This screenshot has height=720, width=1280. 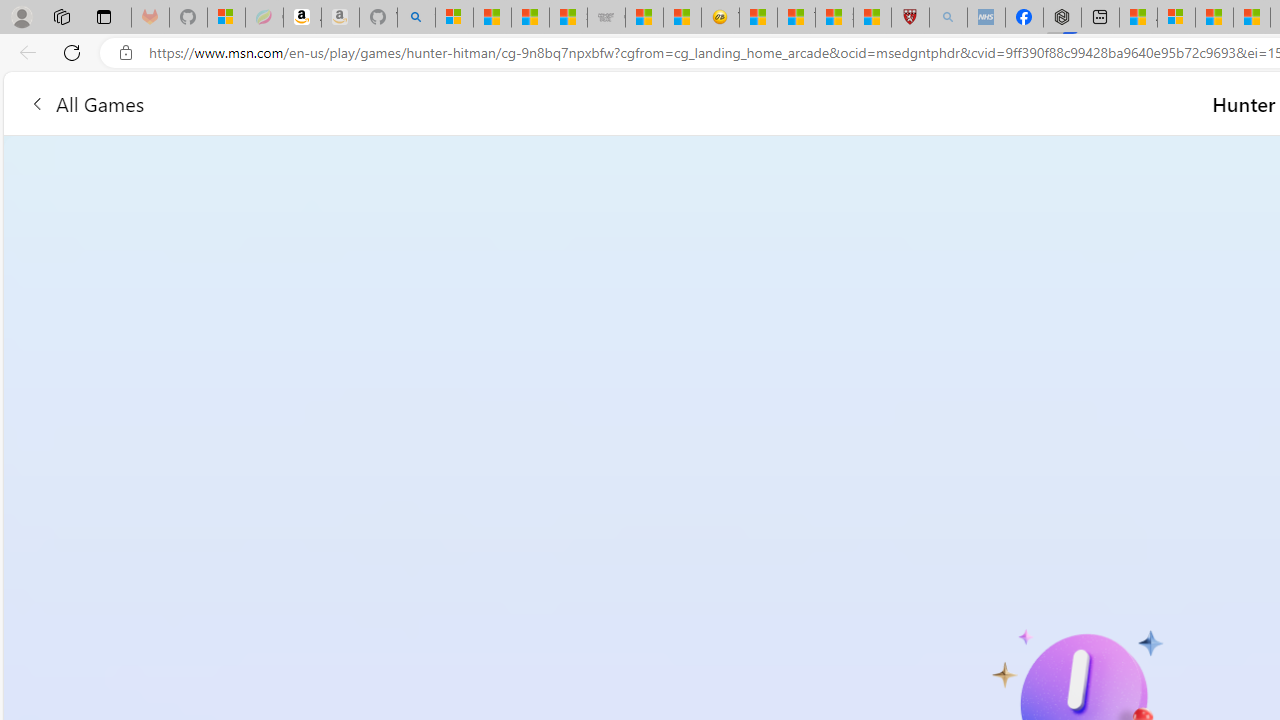 I want to click on 'Combat Siege', so click(x=605, y=17).